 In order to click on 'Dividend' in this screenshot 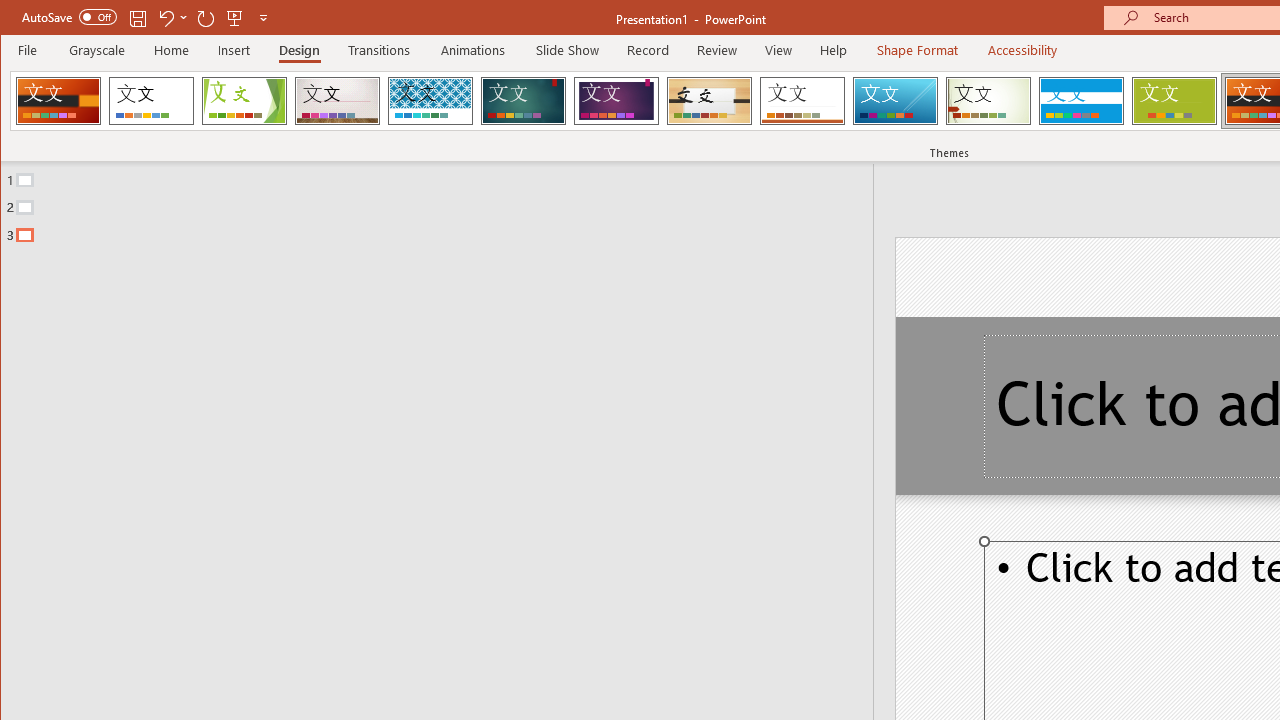, I will do `click(58, 100)`.